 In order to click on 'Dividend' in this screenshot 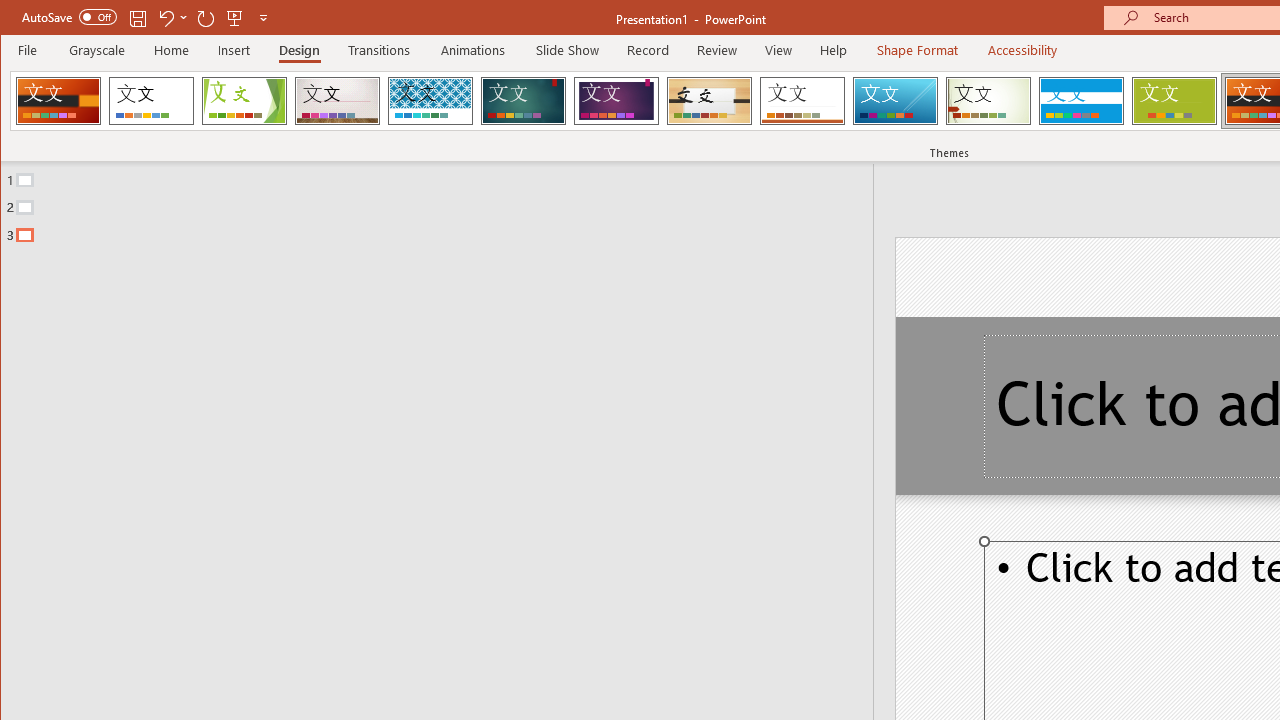, I will do `click(58, 100)`.